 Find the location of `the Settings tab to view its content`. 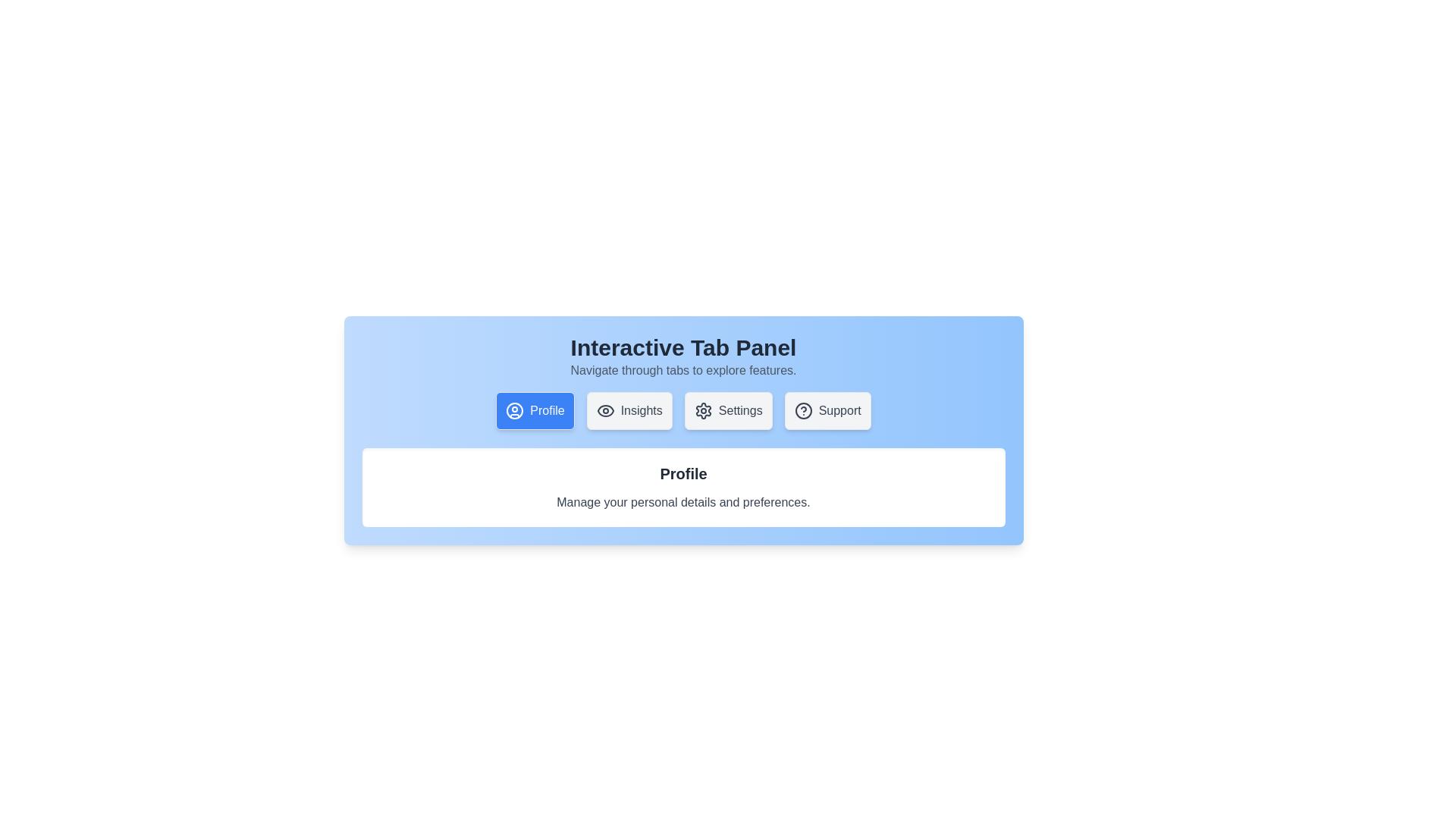

the Settings tab to view its content is located at coordinates (728, 411).